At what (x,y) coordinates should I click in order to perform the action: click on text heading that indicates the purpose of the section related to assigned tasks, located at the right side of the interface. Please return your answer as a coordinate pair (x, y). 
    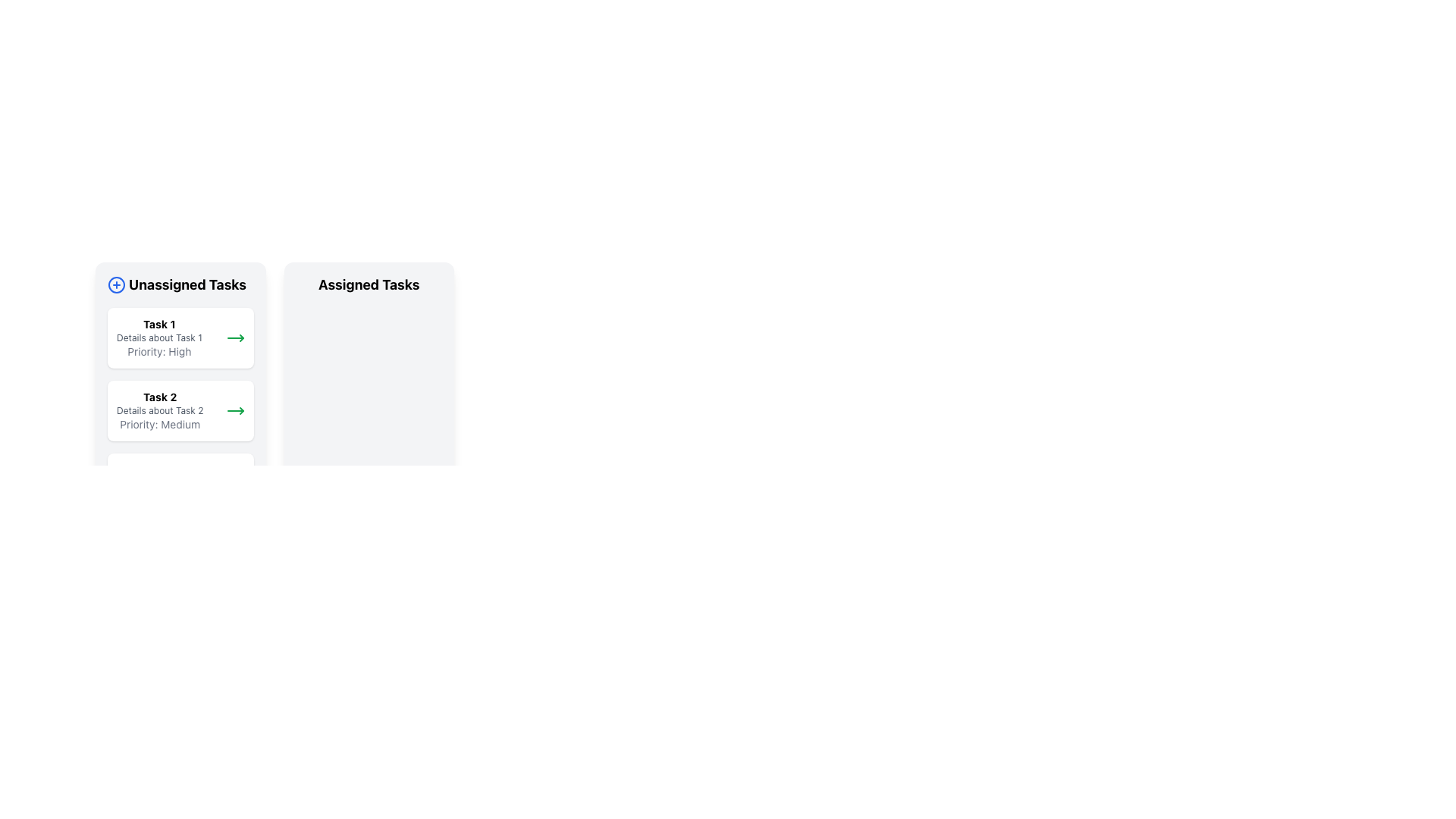
    Looking at the image, I should click on (369, 284).